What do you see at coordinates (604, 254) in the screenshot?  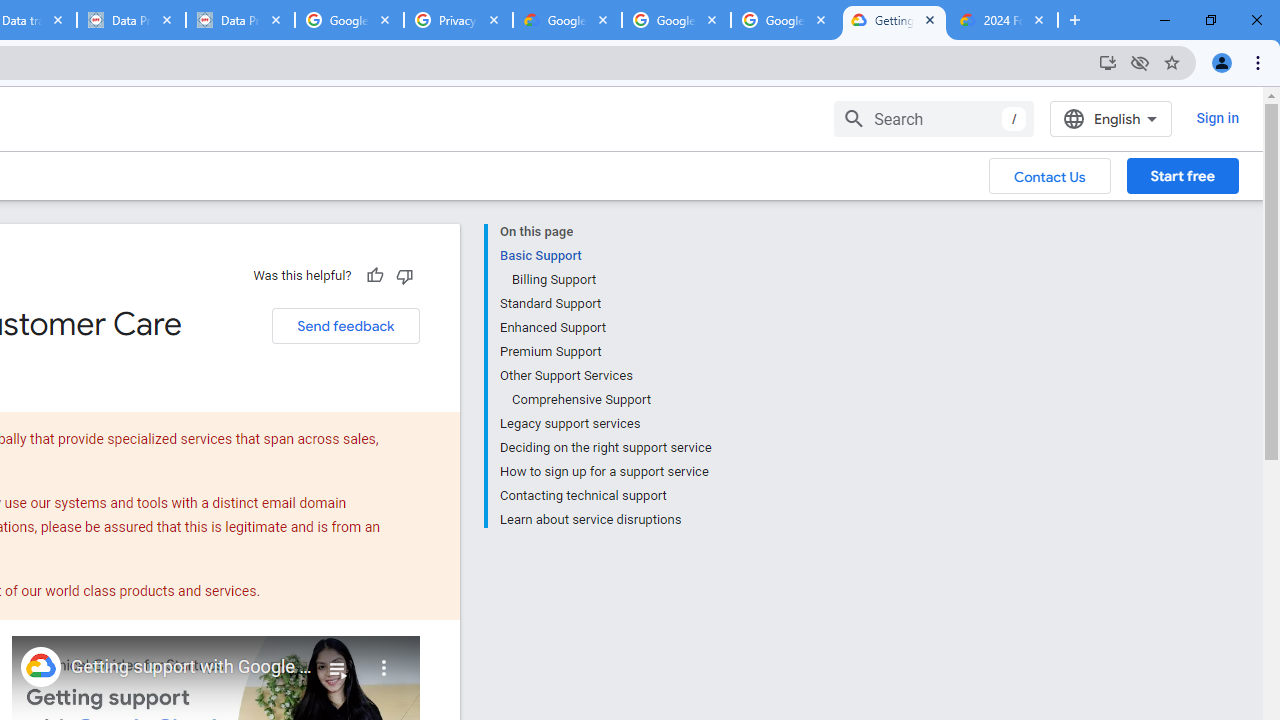 I see `'Basic Support'` at bounding box center [604, 254].